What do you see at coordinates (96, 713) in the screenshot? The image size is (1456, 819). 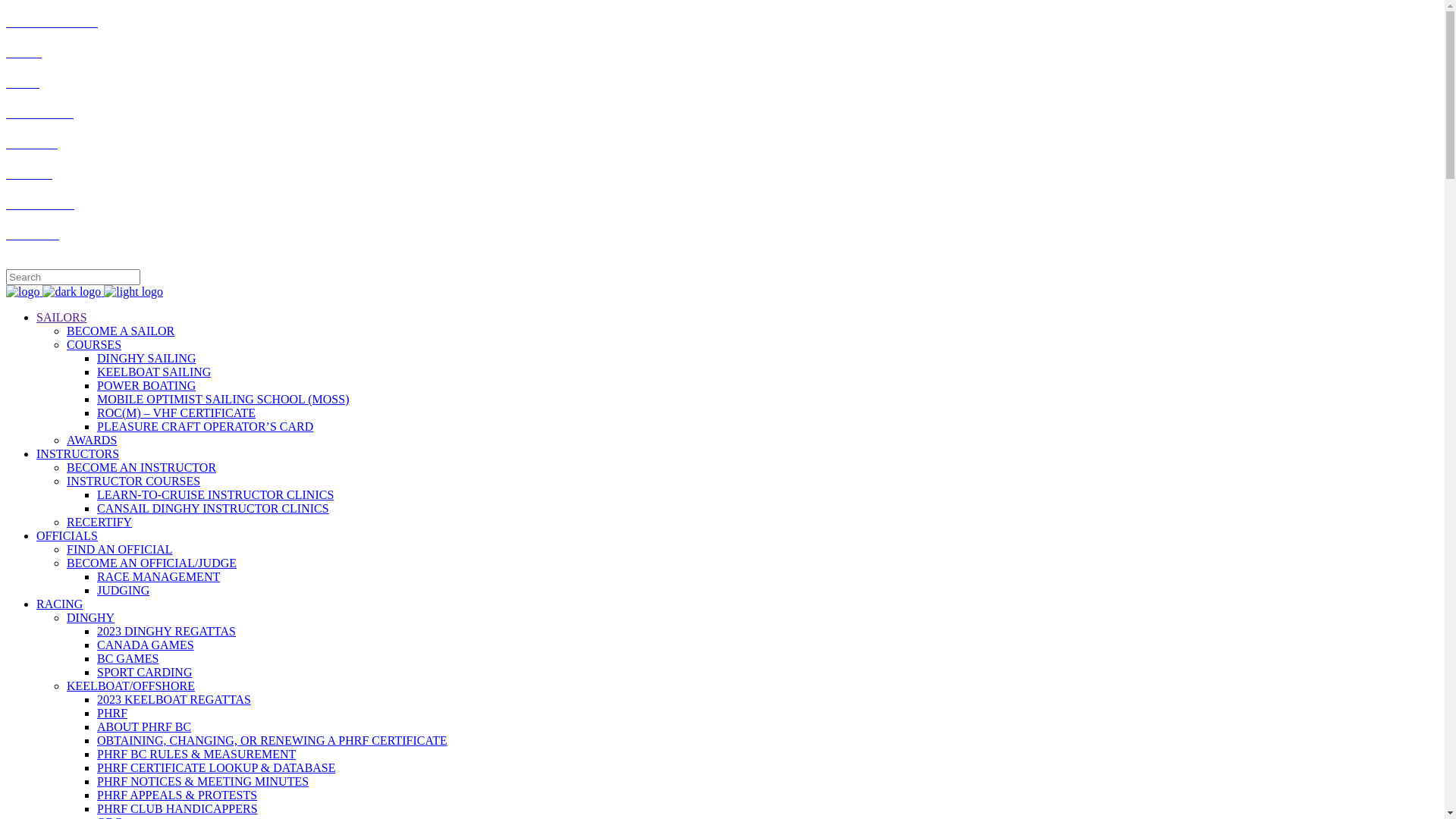 I see `'PHRF'` at bounding box center [96, 713].